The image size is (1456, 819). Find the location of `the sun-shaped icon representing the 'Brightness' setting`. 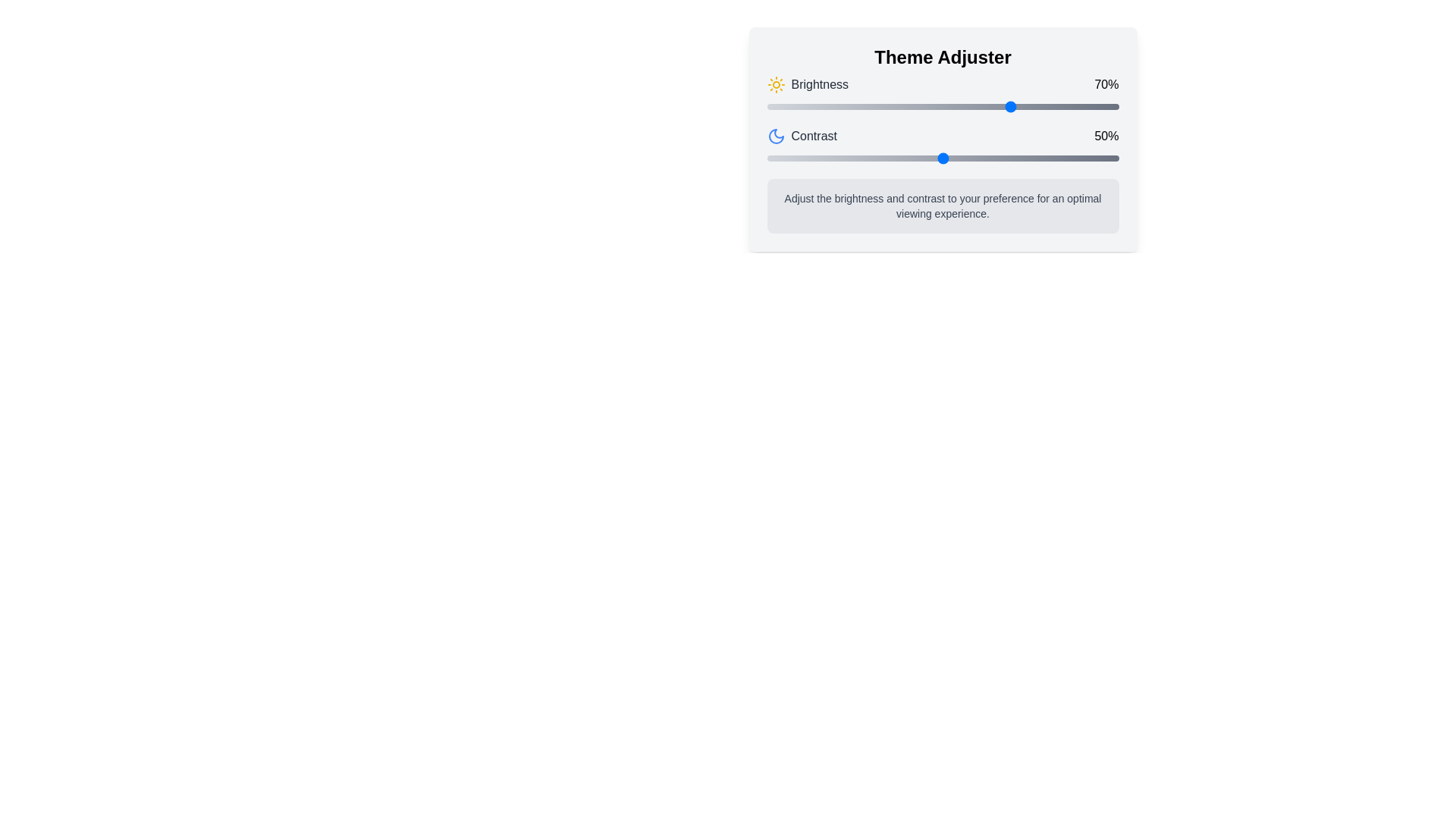

the sun-shaped icon representing the 'Brightness' setting is located at coordinates (776, 84).